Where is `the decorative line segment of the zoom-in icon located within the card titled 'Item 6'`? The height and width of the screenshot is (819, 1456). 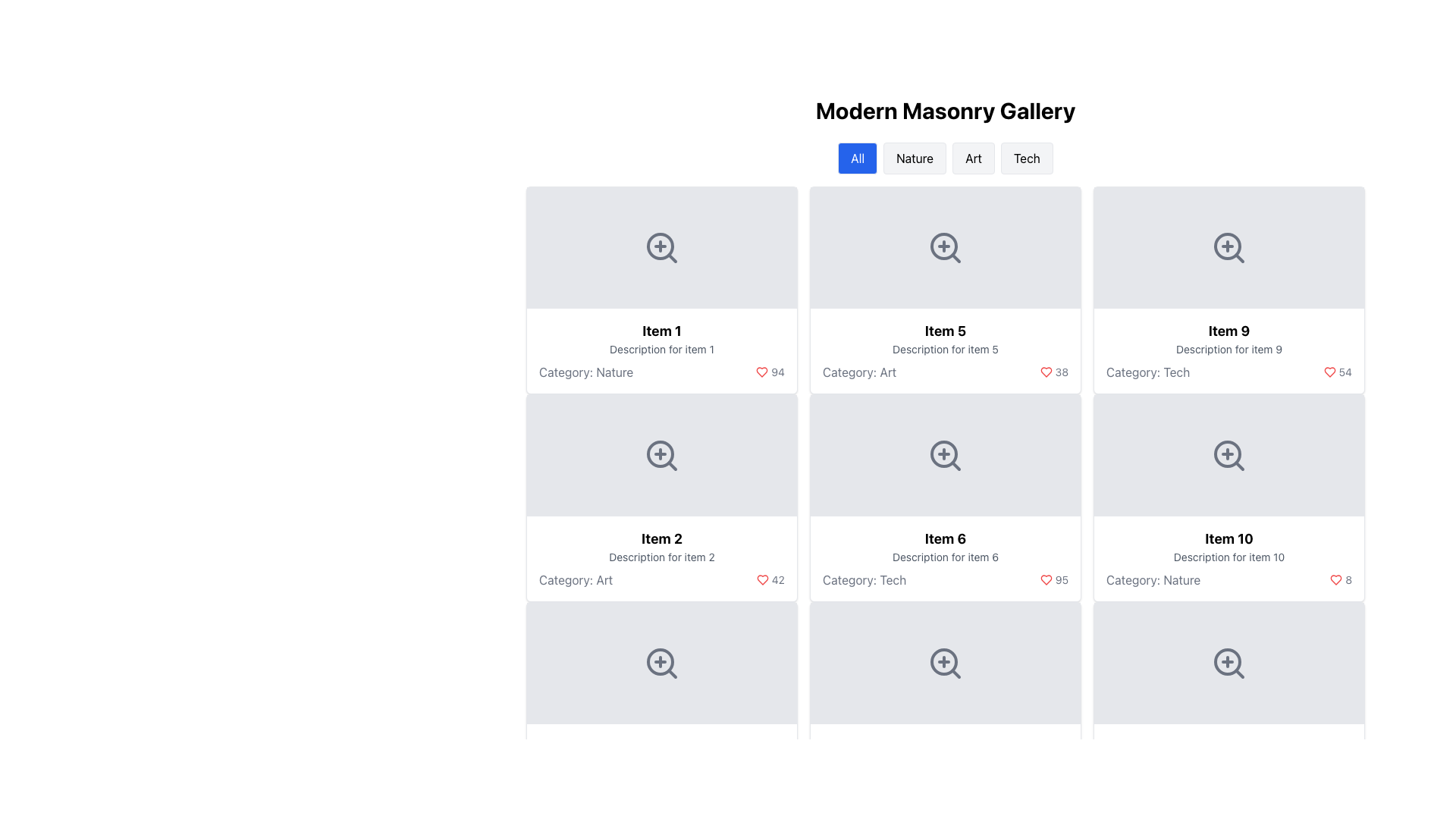 the decorative line segment of the zoom-in icon located within the card titled 'Item 6' is located at coordinates (955, 465).